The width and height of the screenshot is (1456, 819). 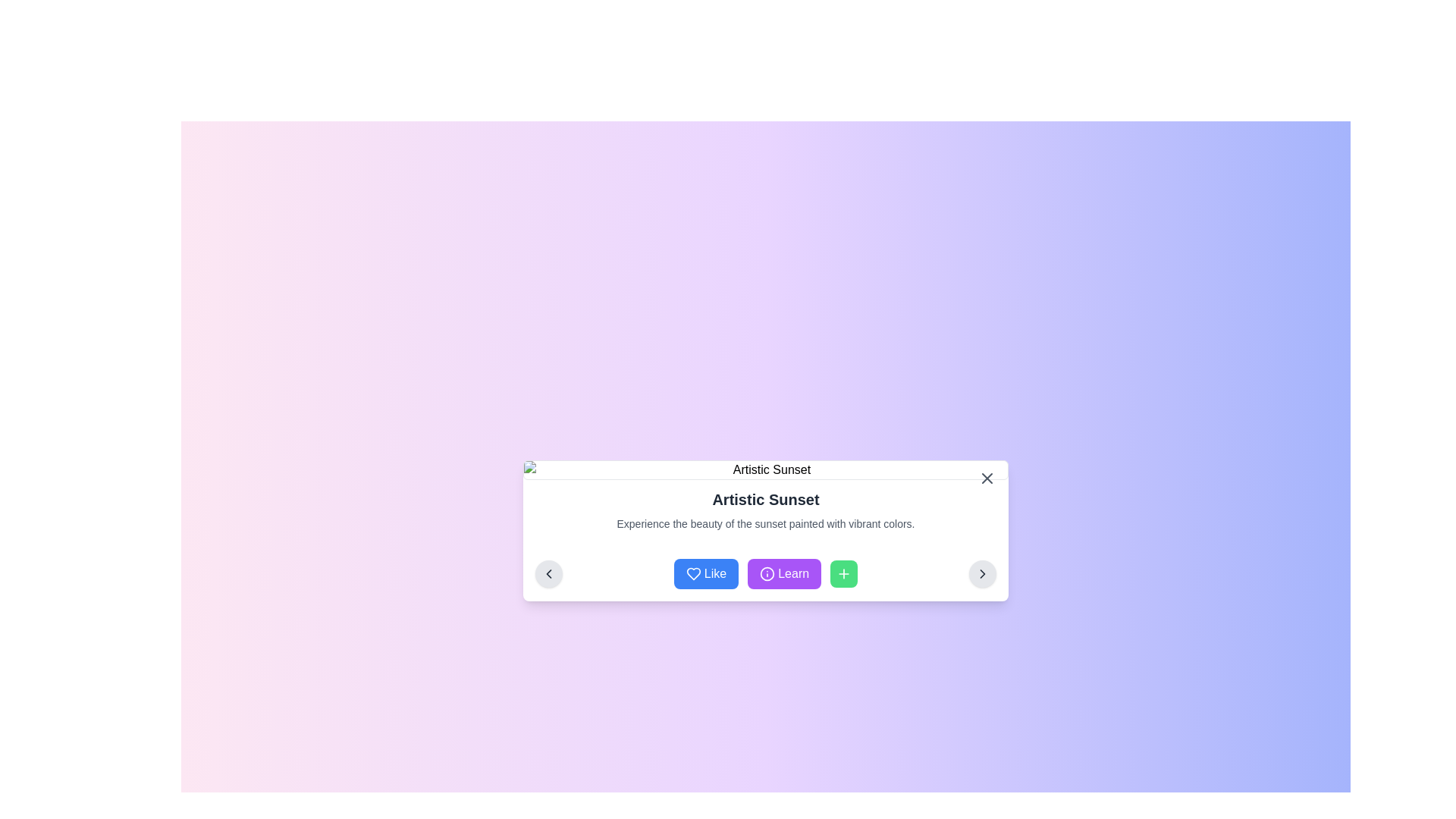 I want to click on the graphical 'X' icon located in the top-right corner of the header section of a modal window, so click(x=987, y=479).